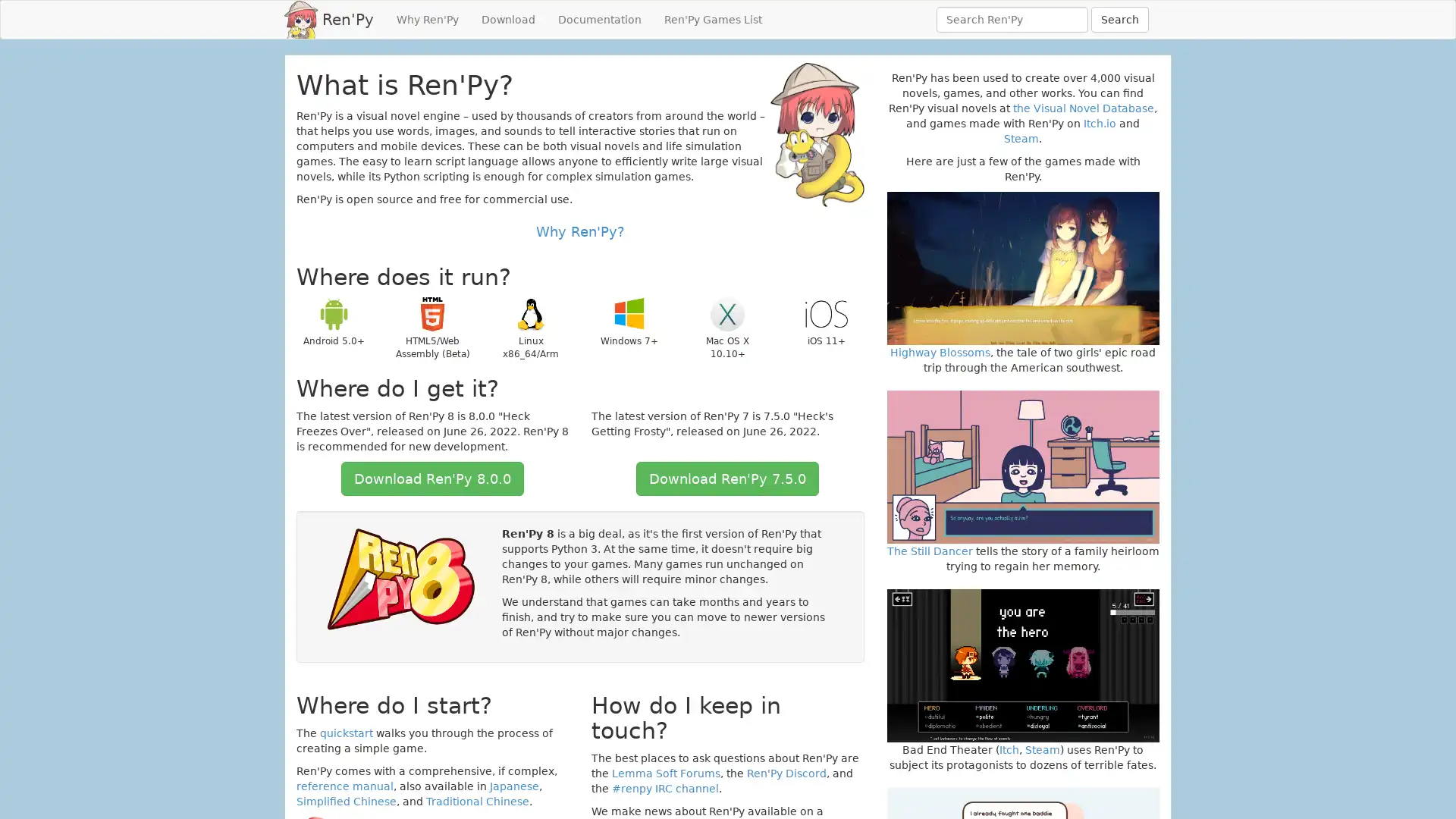  Describe the element at coordinates (431, 479) in the screenshot. I see `Download Ren'Py 8.0.0` at that location.